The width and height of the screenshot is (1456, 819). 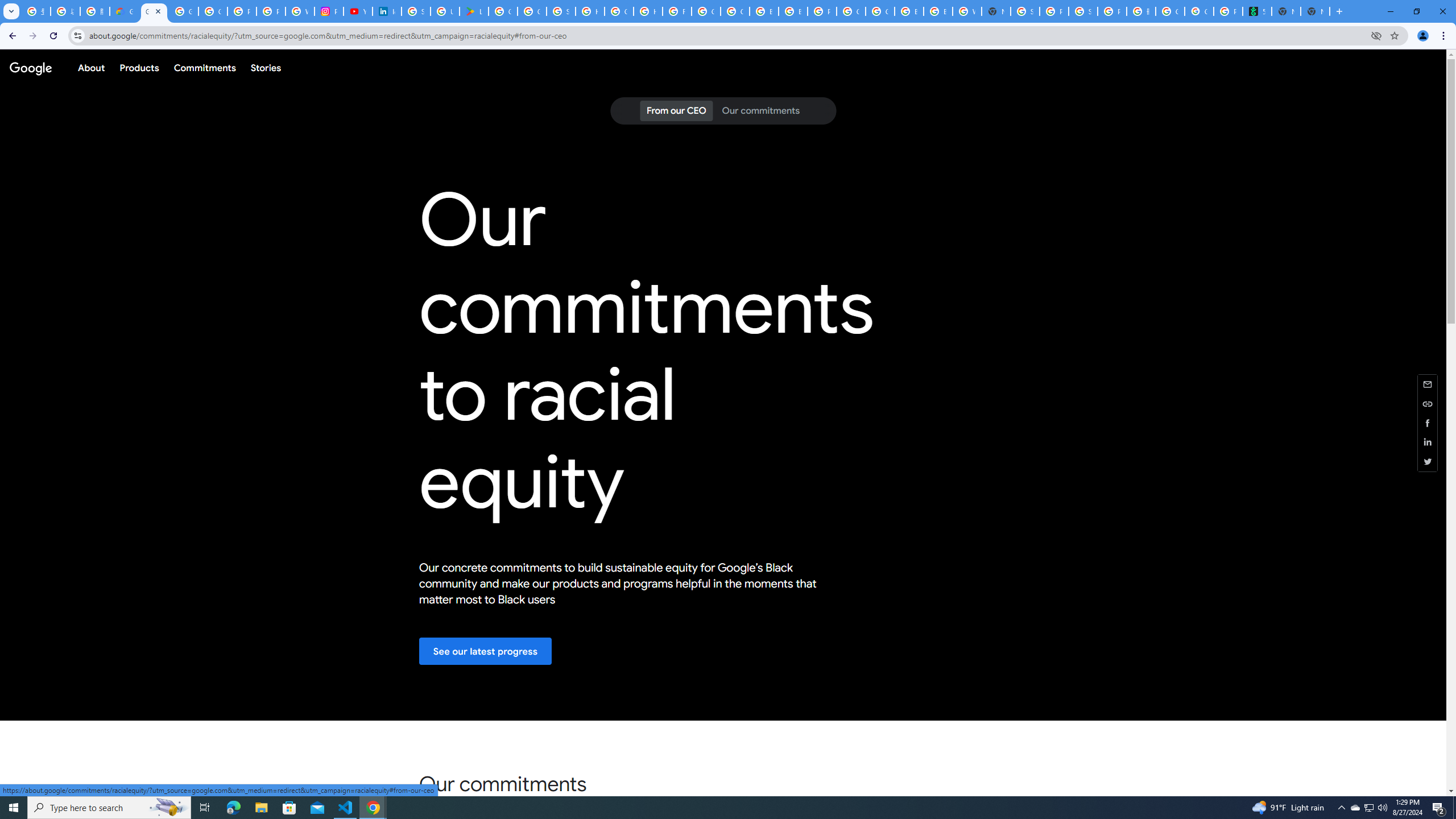 I want to click on 'About', so click(x=90, y=67).